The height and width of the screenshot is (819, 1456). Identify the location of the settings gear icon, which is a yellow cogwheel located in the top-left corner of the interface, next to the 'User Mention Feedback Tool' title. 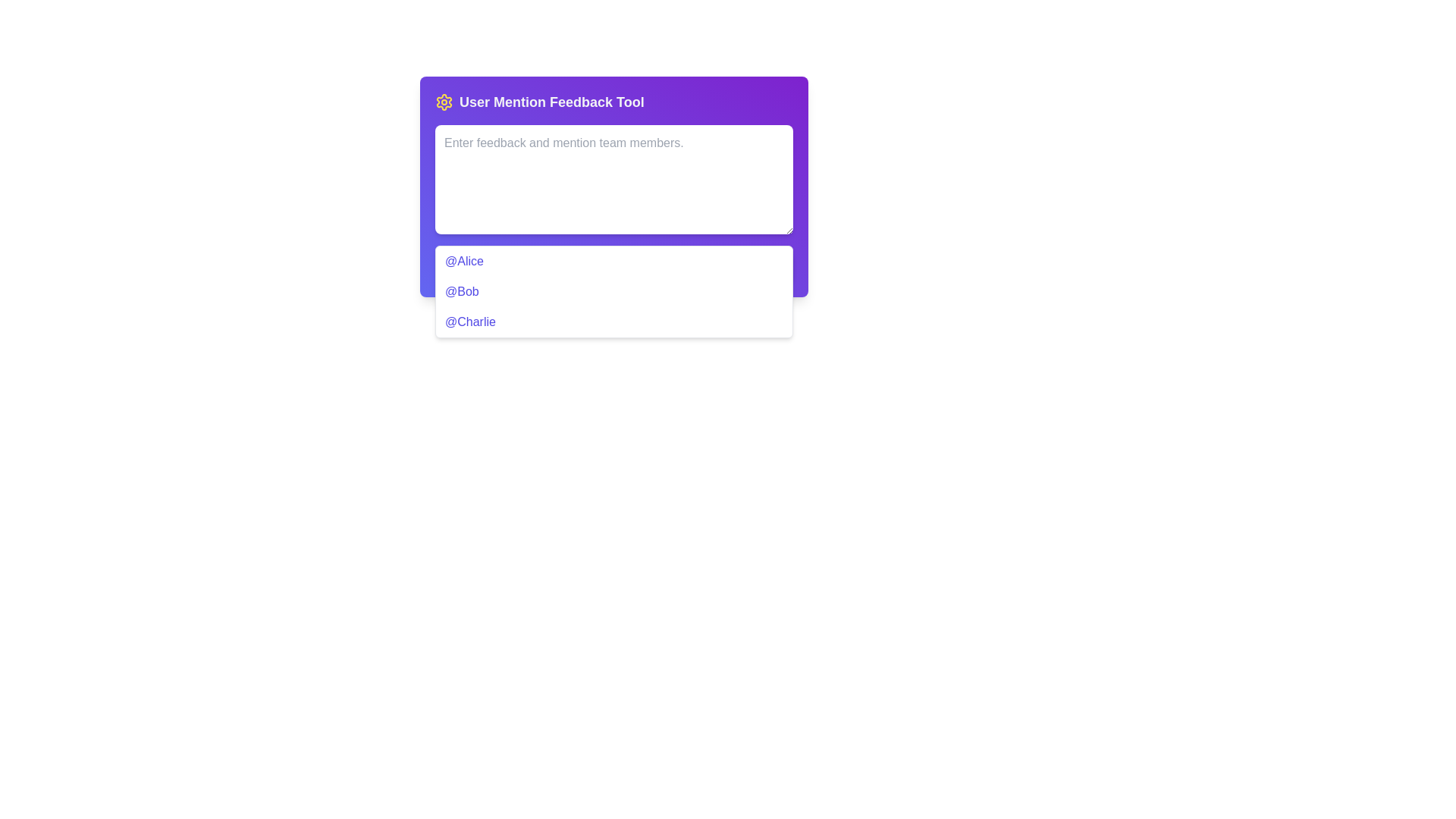
(443, 102).